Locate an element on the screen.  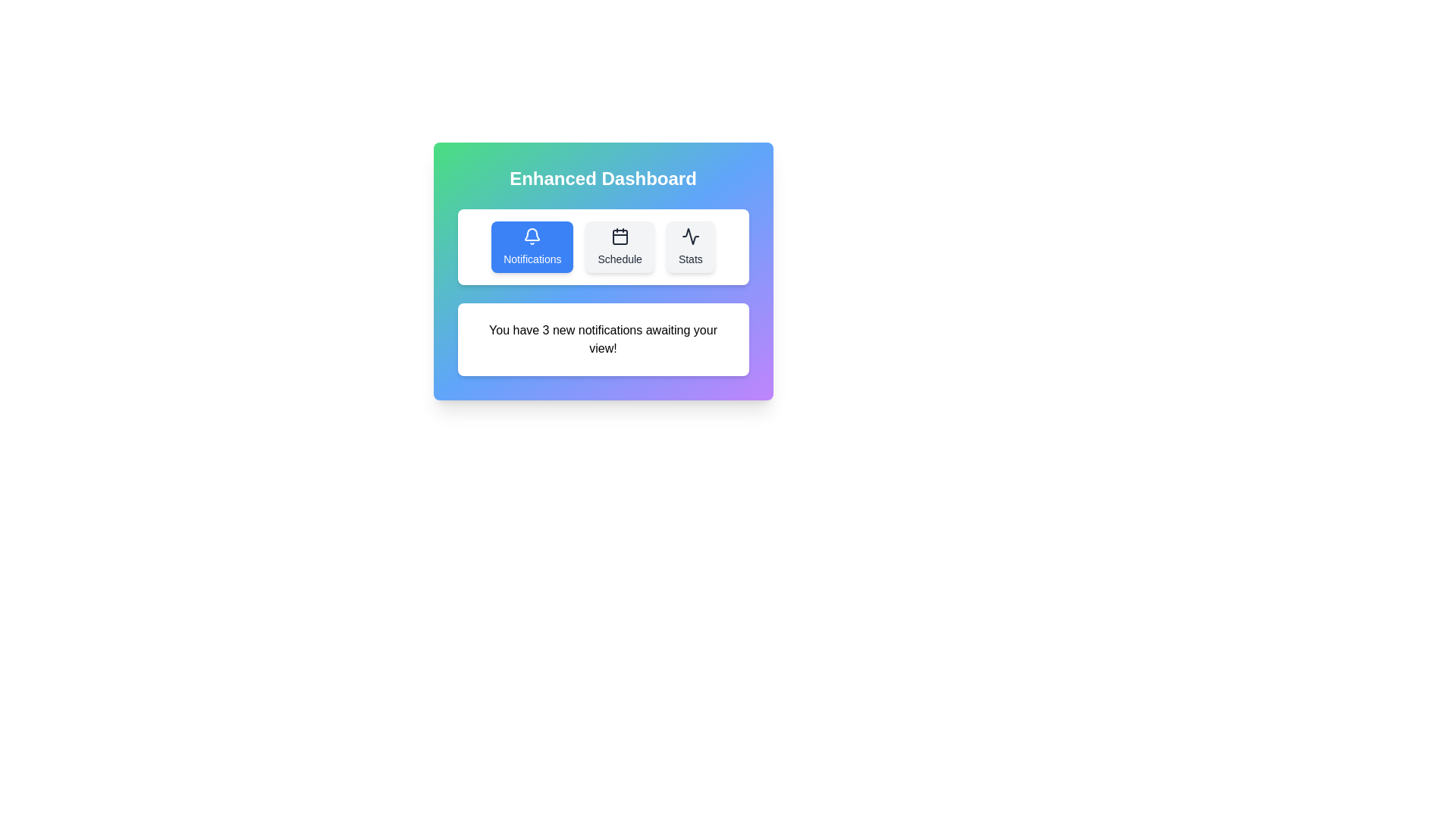
the 'Stats' card by clicking on the Vector icon that represents it, located at the center of the card is located at coordinates (689, 237).